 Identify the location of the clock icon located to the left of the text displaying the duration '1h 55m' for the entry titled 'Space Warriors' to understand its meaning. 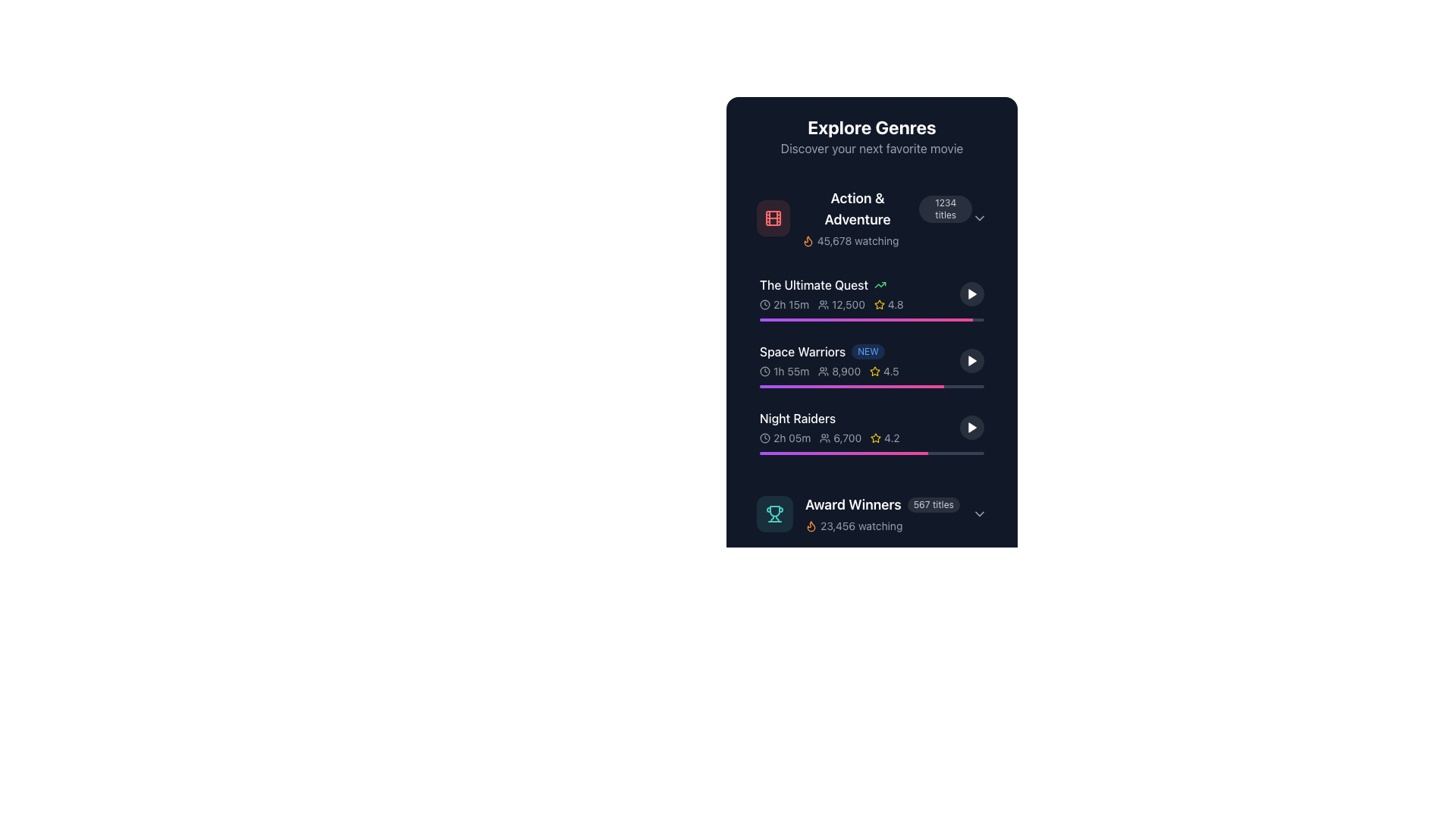
(764, 371).